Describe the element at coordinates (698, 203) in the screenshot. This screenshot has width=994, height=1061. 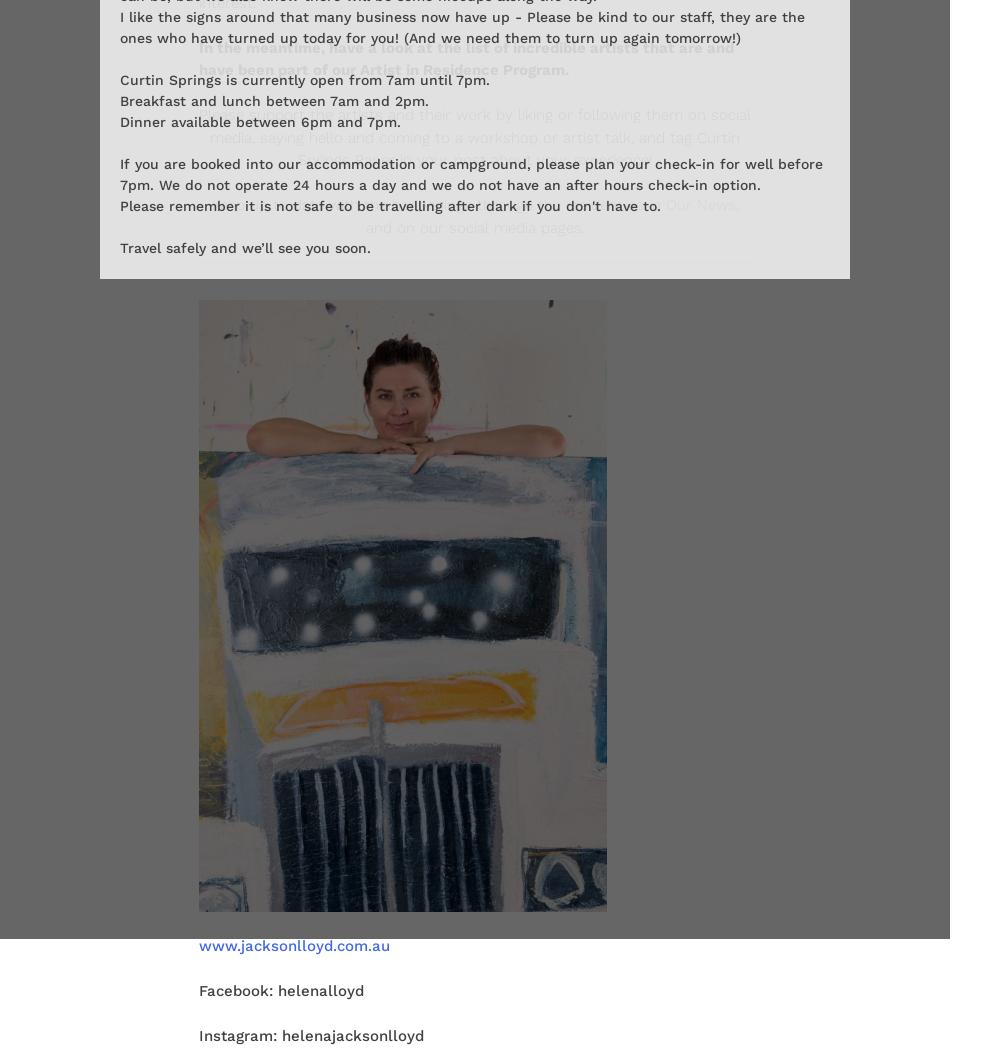
I see `'Our News'` at that location.